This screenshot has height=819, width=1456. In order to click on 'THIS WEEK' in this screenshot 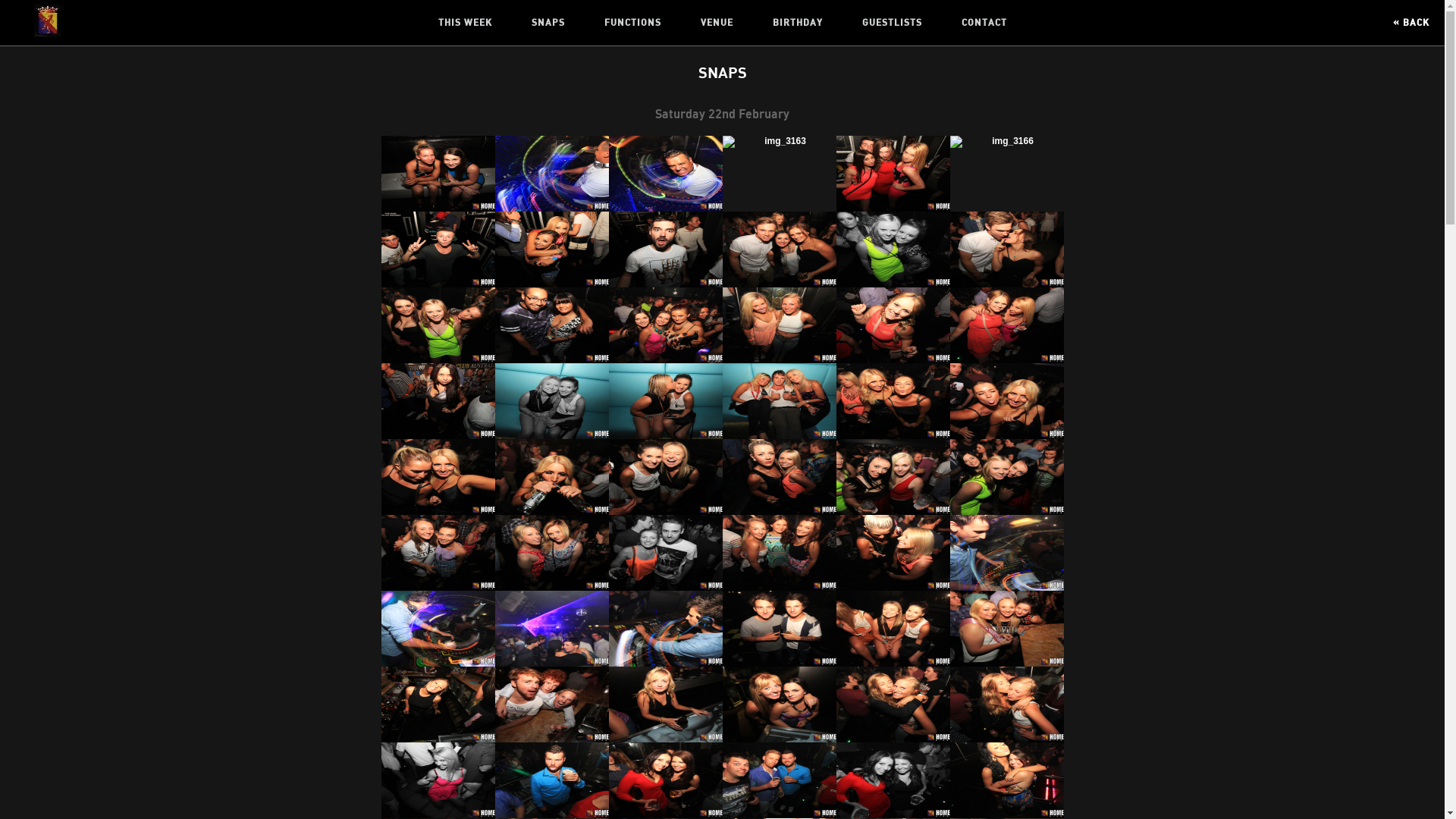, I will do `click(464, 23)`.